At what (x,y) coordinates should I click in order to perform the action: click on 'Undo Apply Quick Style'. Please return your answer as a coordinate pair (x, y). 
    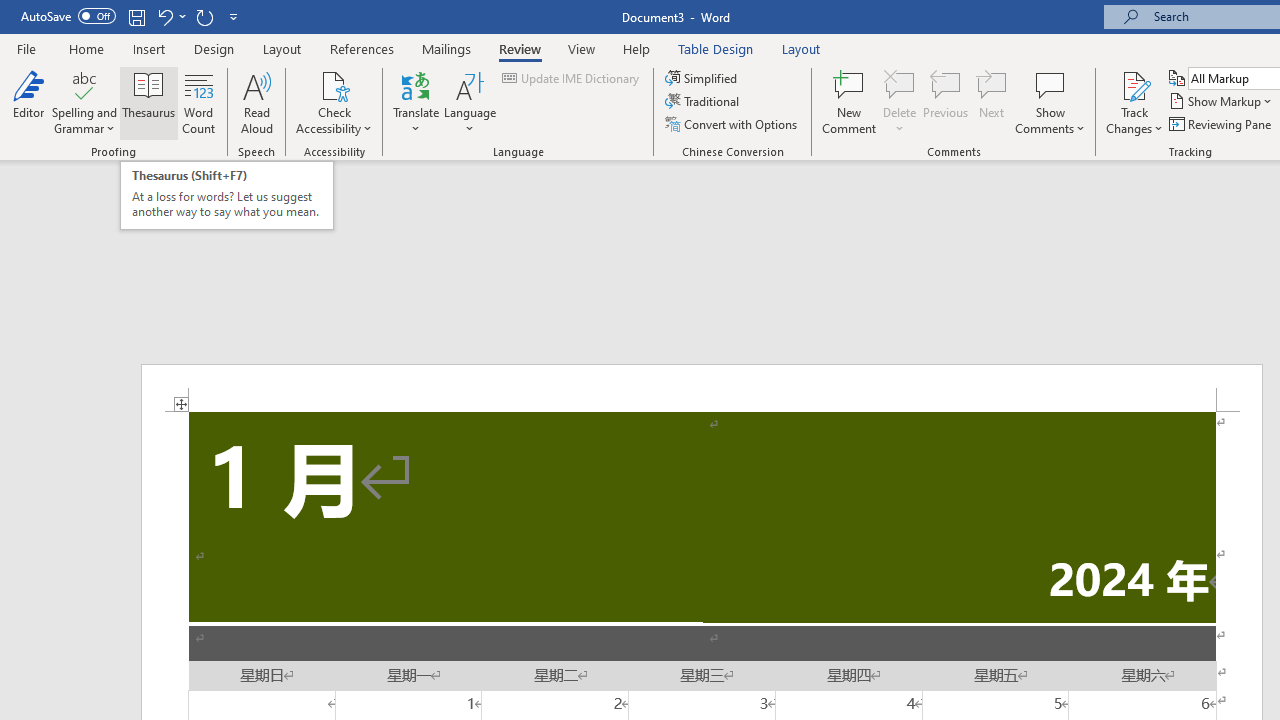
    Looking at the image, I should click on (164, 16).